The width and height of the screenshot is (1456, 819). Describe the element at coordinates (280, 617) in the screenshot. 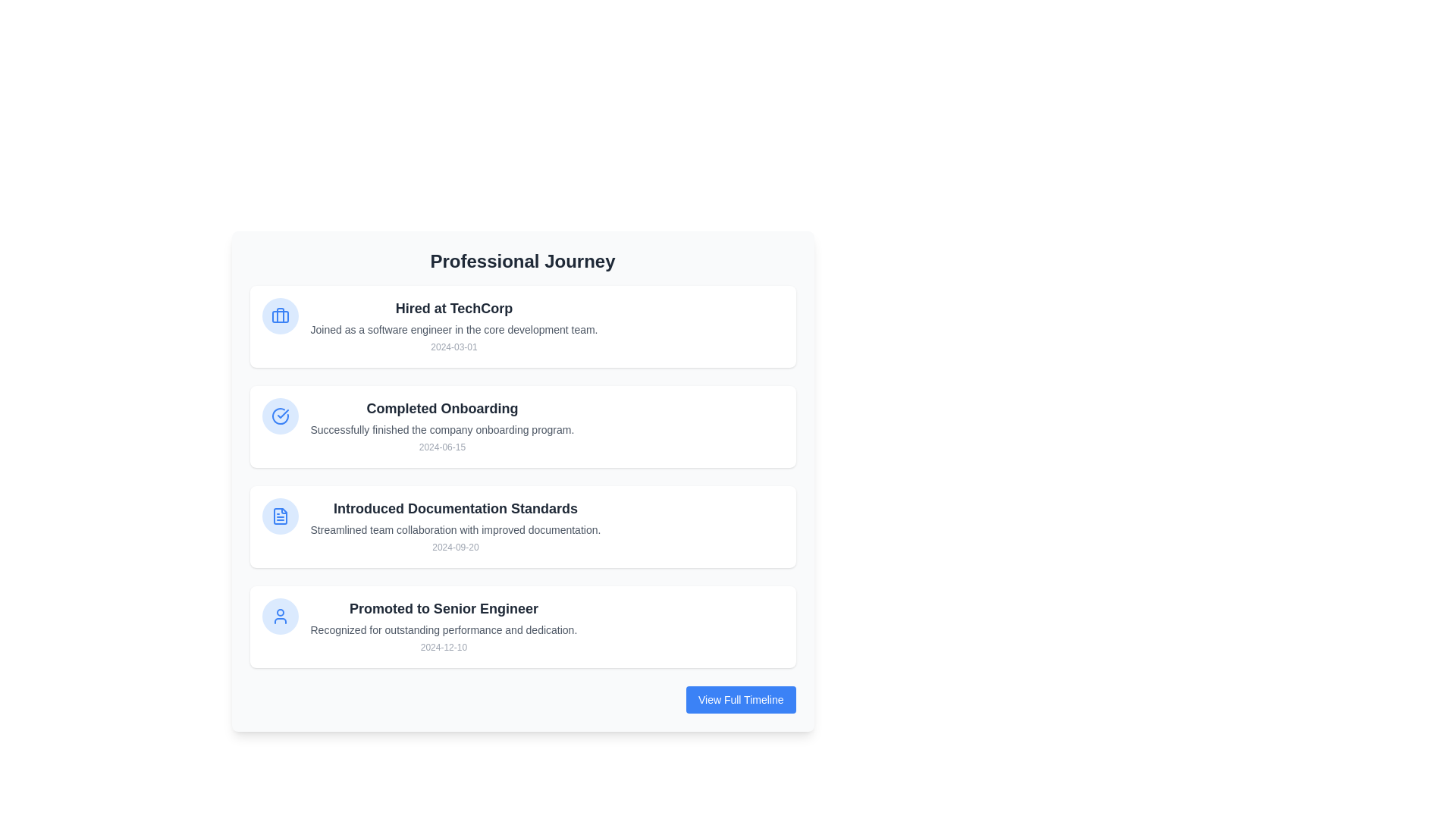

I see `the graphical icon located at the top-left corner of the promotion card for Senior Engineer, which enhances the card's visual appeal` at that location.